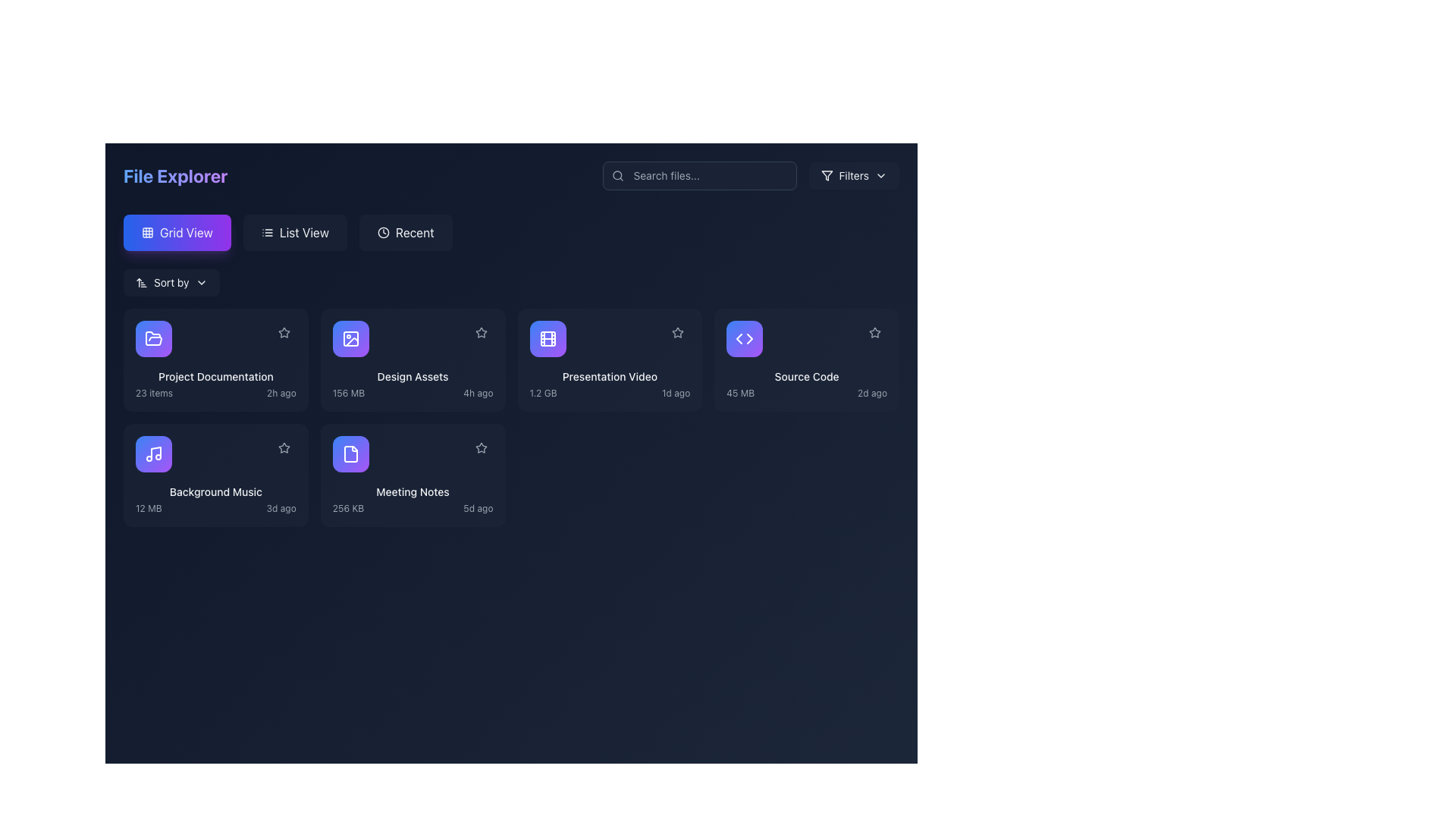  Describe the element at coordinates (347, 509) in the screenshot. I see `the text label indicating the file size of the 'Meeting Notes' document, which is located in the lower portion of the card, aligned to the left next to '5d ago.'` at that location.